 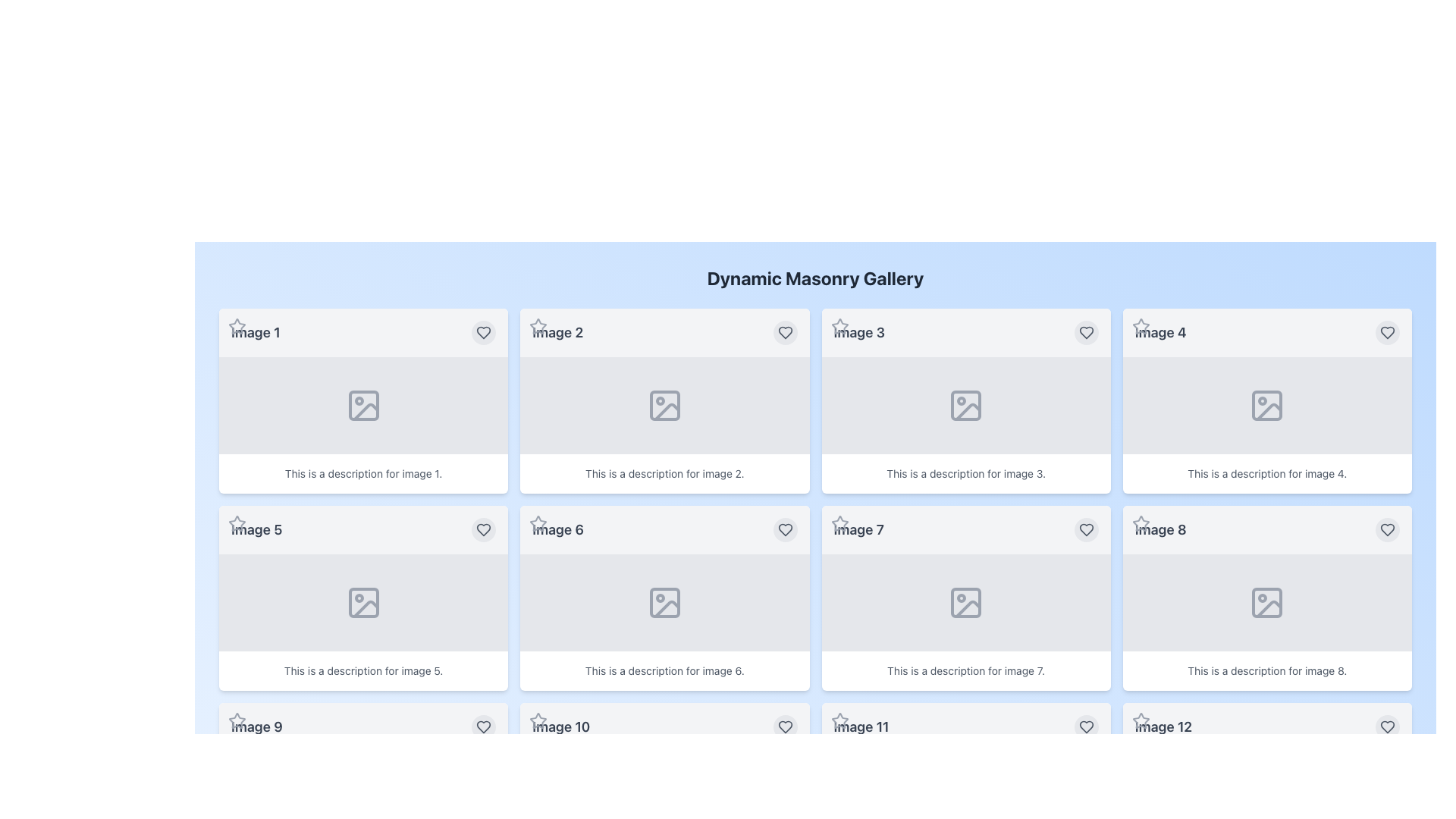 I want to click on the circular button with a gray background and heart icon located in the top right corner of the card labeled 'Image 4' to like or favorite, so click(x=1387, y=332).